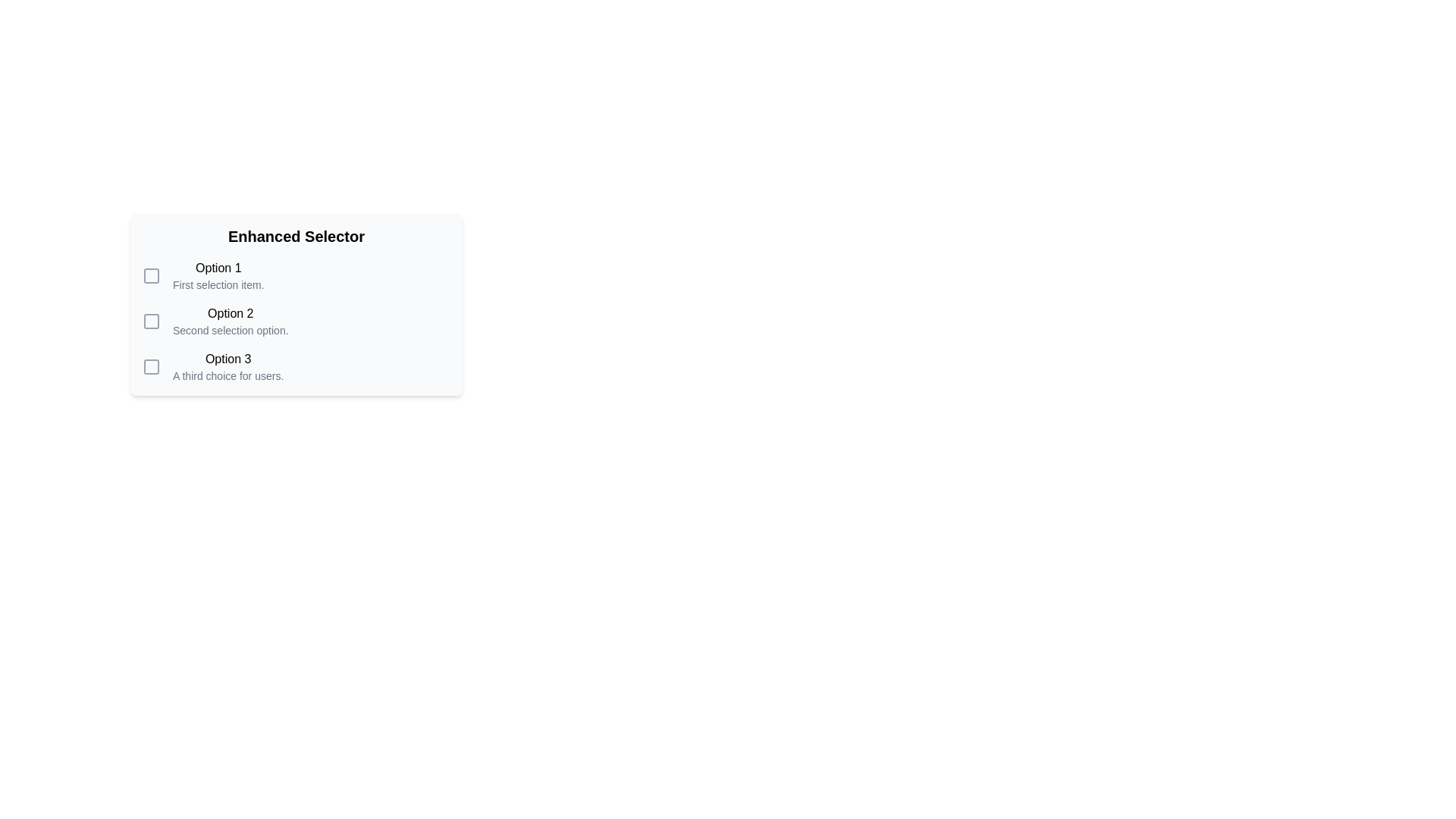  What do you see at coordinates (152, 275) in the screenshot?
I see `the first checkbox in the vertical list of options, located to the left of 'Option 1' and its description, to prepare for interaction` at bounding box center [152, 275].